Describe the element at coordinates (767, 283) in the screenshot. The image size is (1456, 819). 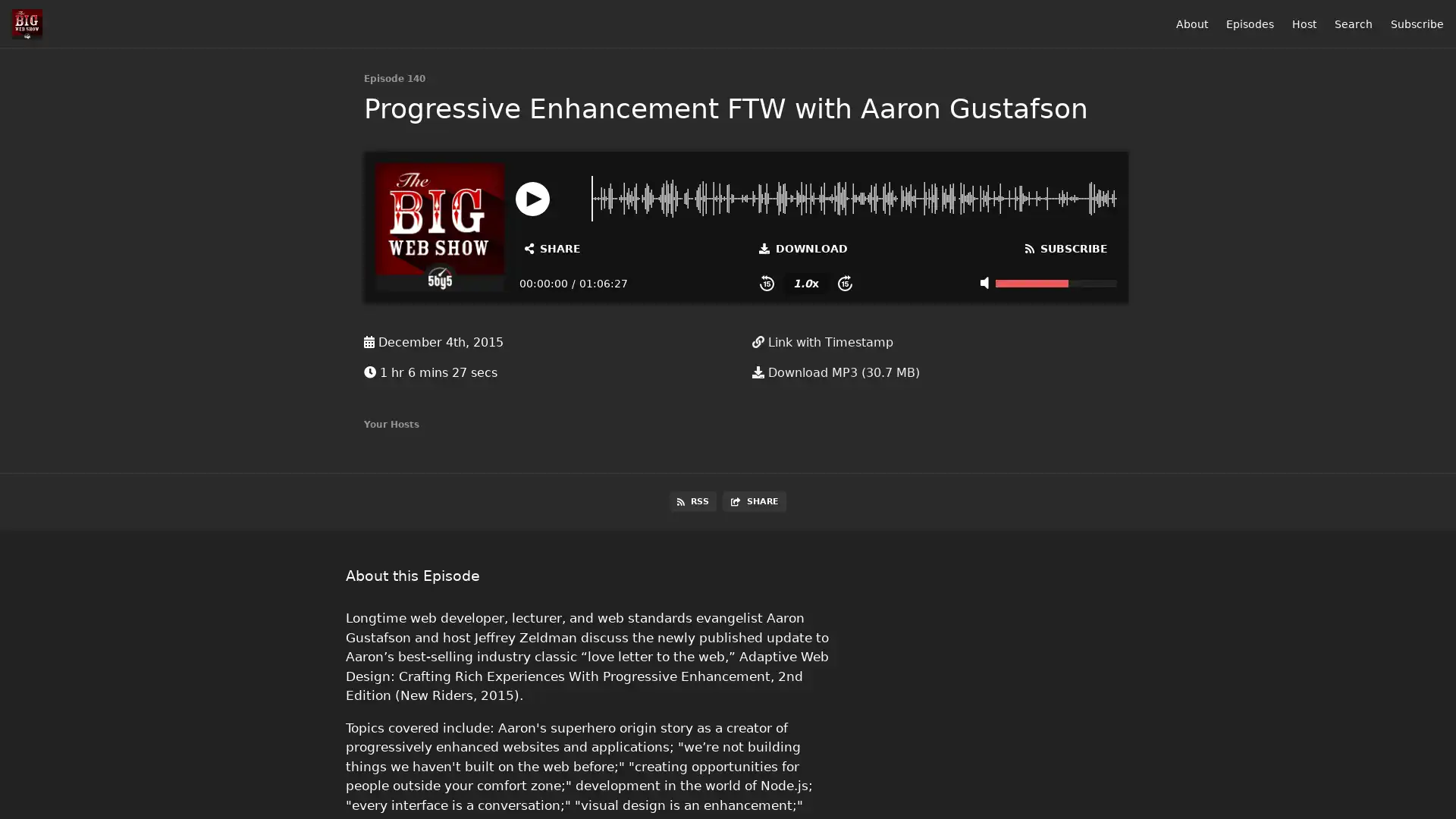
I see `Skip Back 15 Seconds` at that location.